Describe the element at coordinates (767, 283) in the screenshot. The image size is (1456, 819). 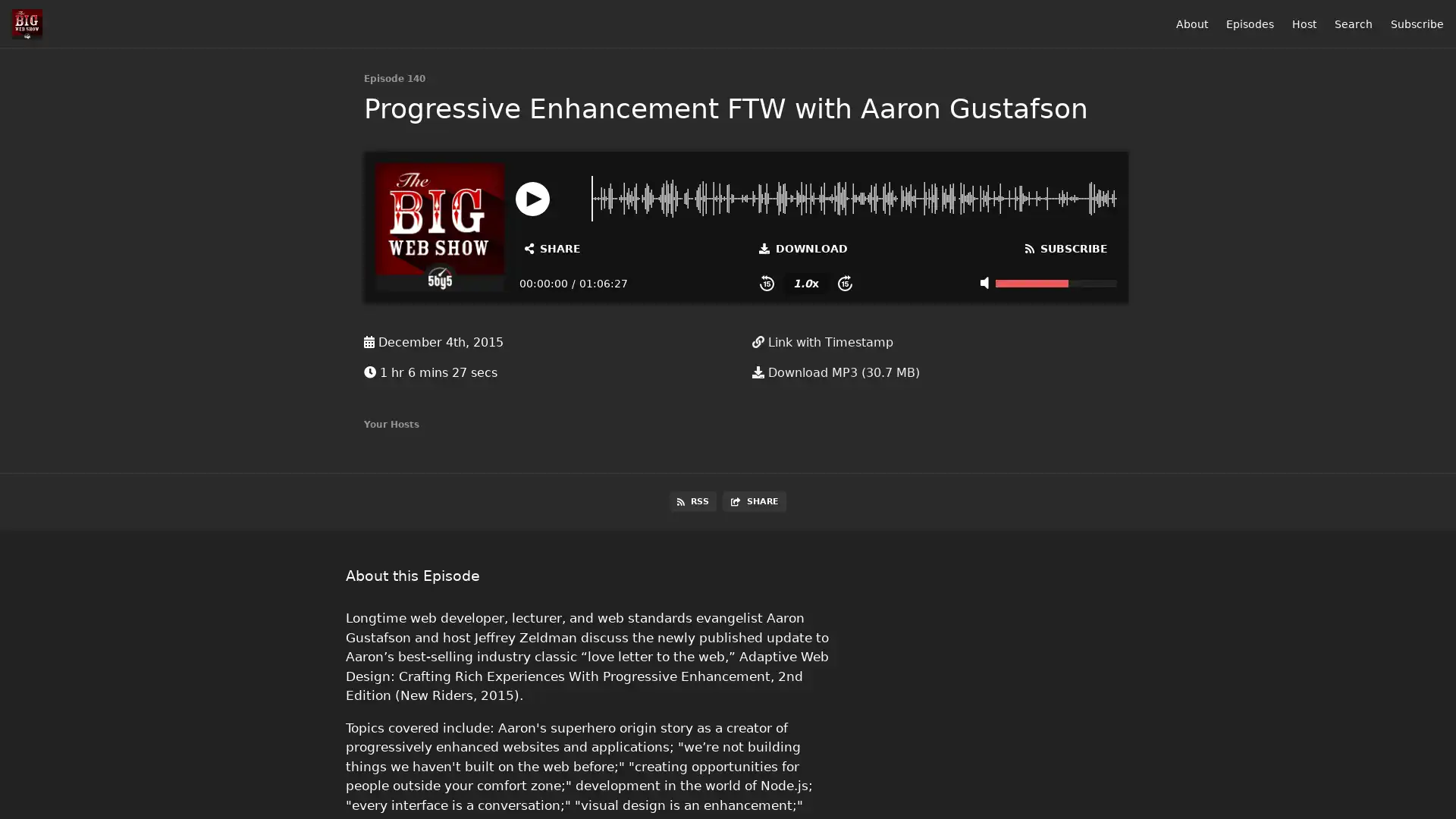
I see `Skip Back 15 Seconds` at that location.